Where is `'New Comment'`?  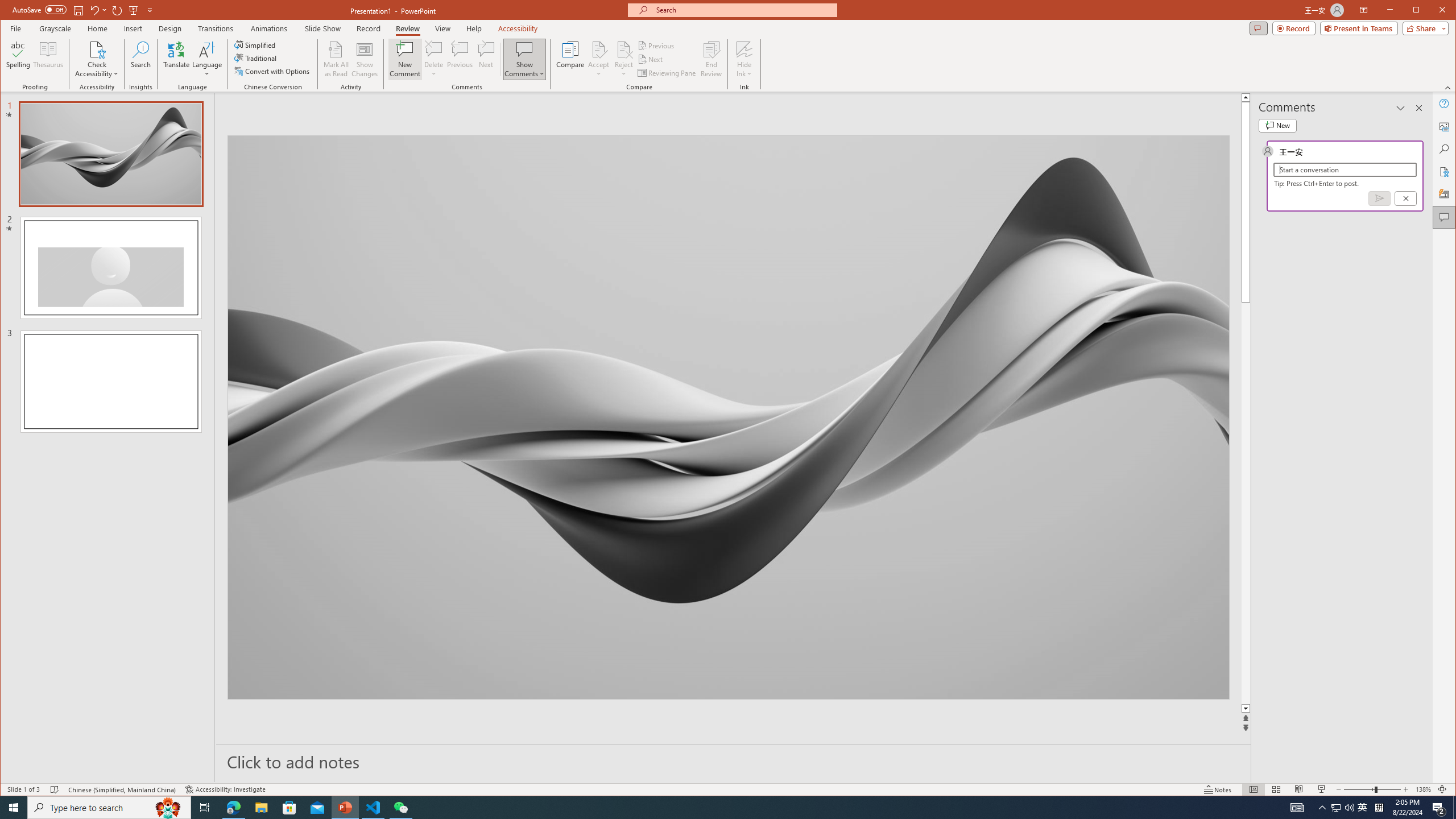
'New Comment' is located at coordinates (405, 59).